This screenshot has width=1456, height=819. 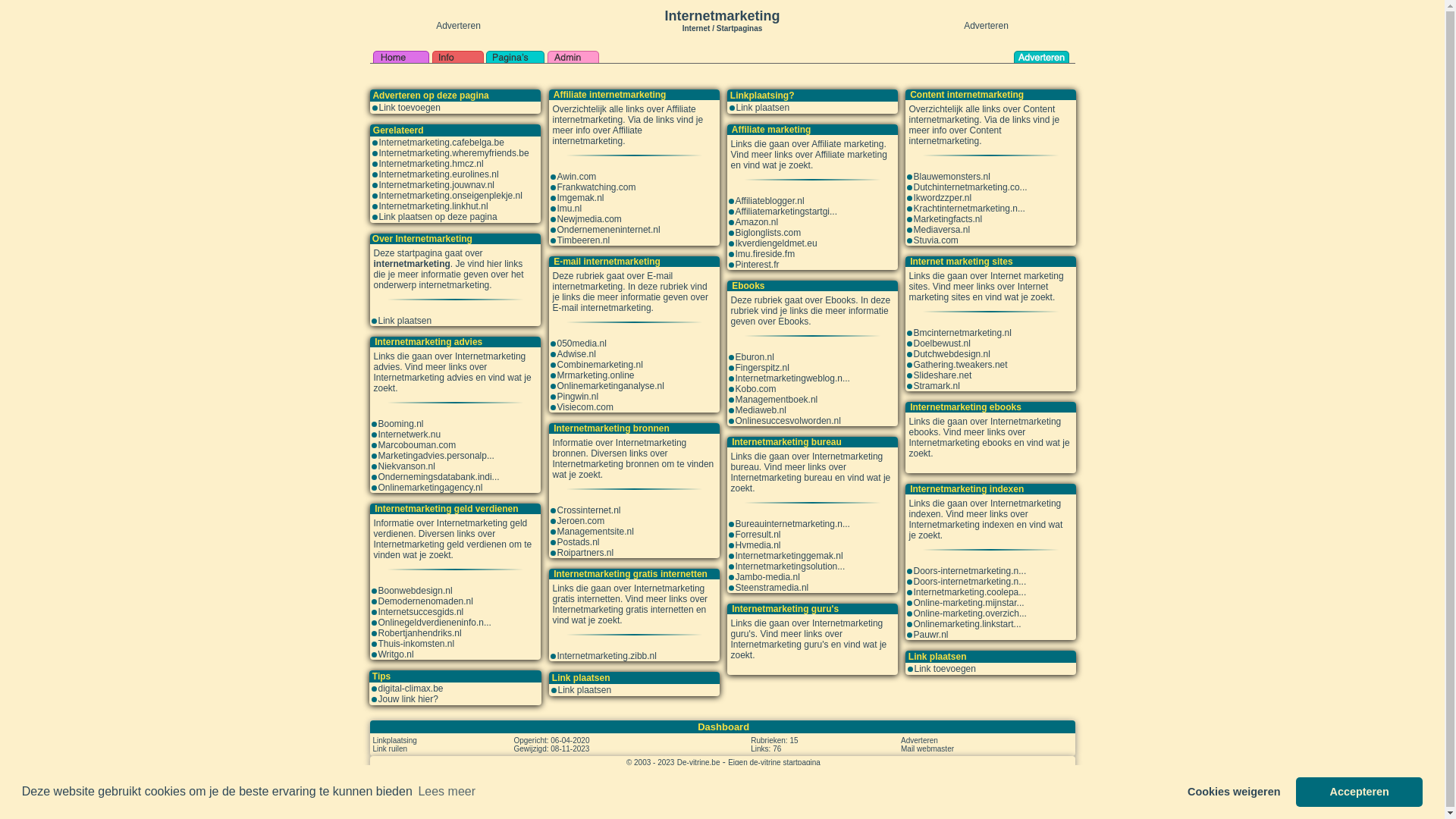 I want to click on 'Internetmarketing.zibb.nl', so click(x=605, y=654).